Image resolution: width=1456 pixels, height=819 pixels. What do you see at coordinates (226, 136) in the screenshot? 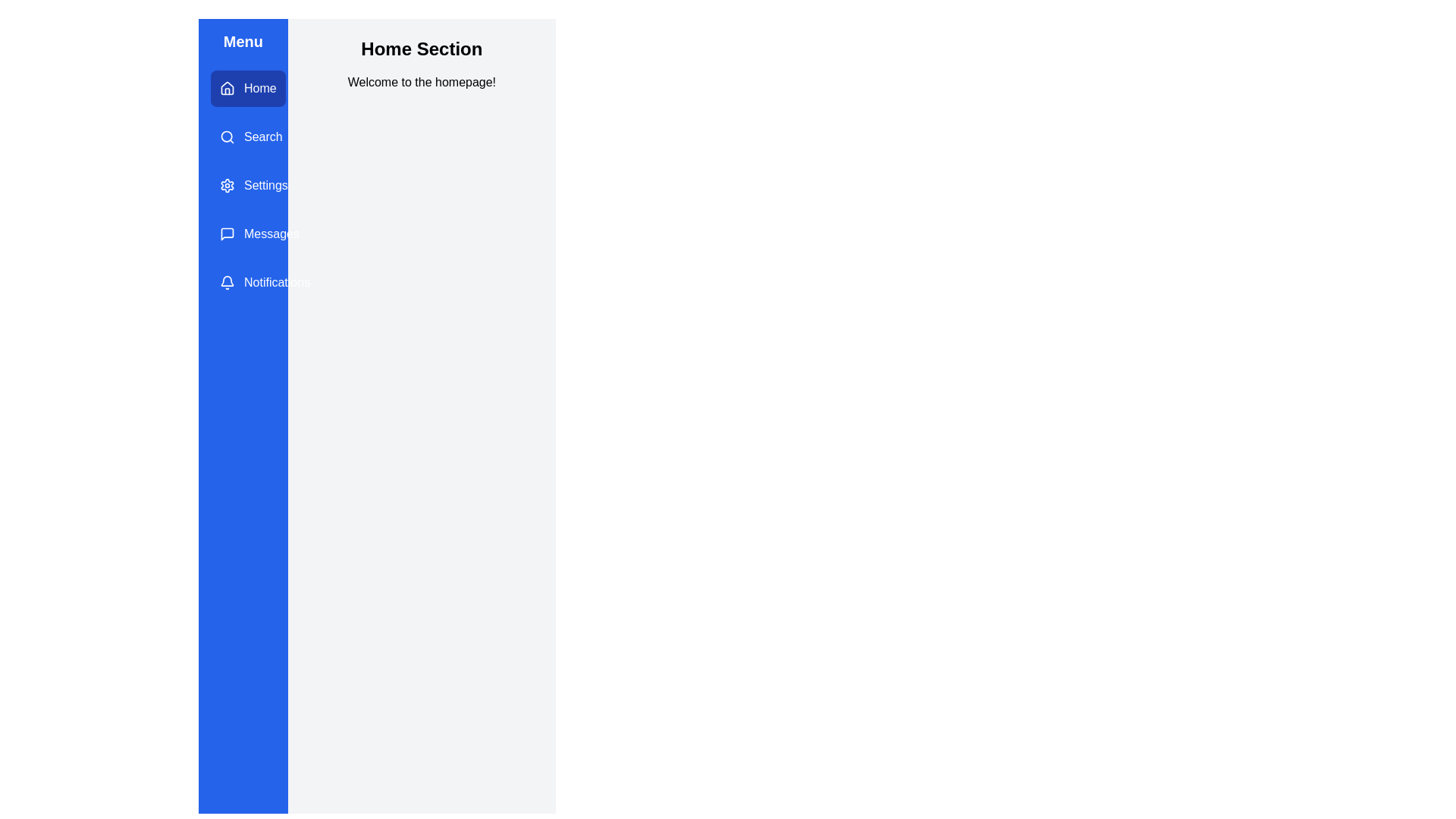
I see `the decorative SVG circle that is part of the magnifying glass icon adjacent to the 'Search' label in the navigation menu, located on the left side of the layout, second from the top` at bounding box center [226, 136].